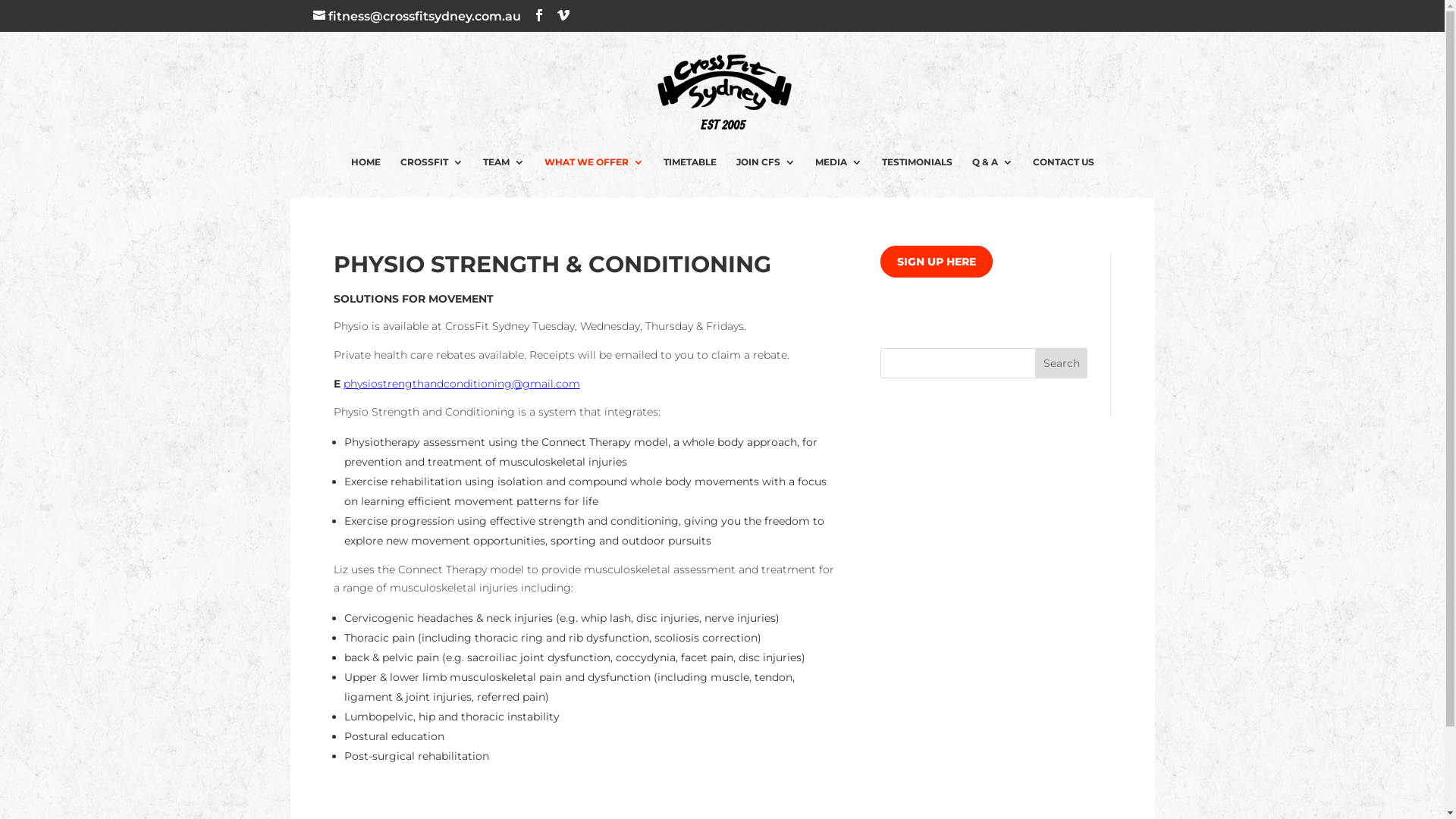  I want to click on 'CONTACT US', so click(1062, 166).